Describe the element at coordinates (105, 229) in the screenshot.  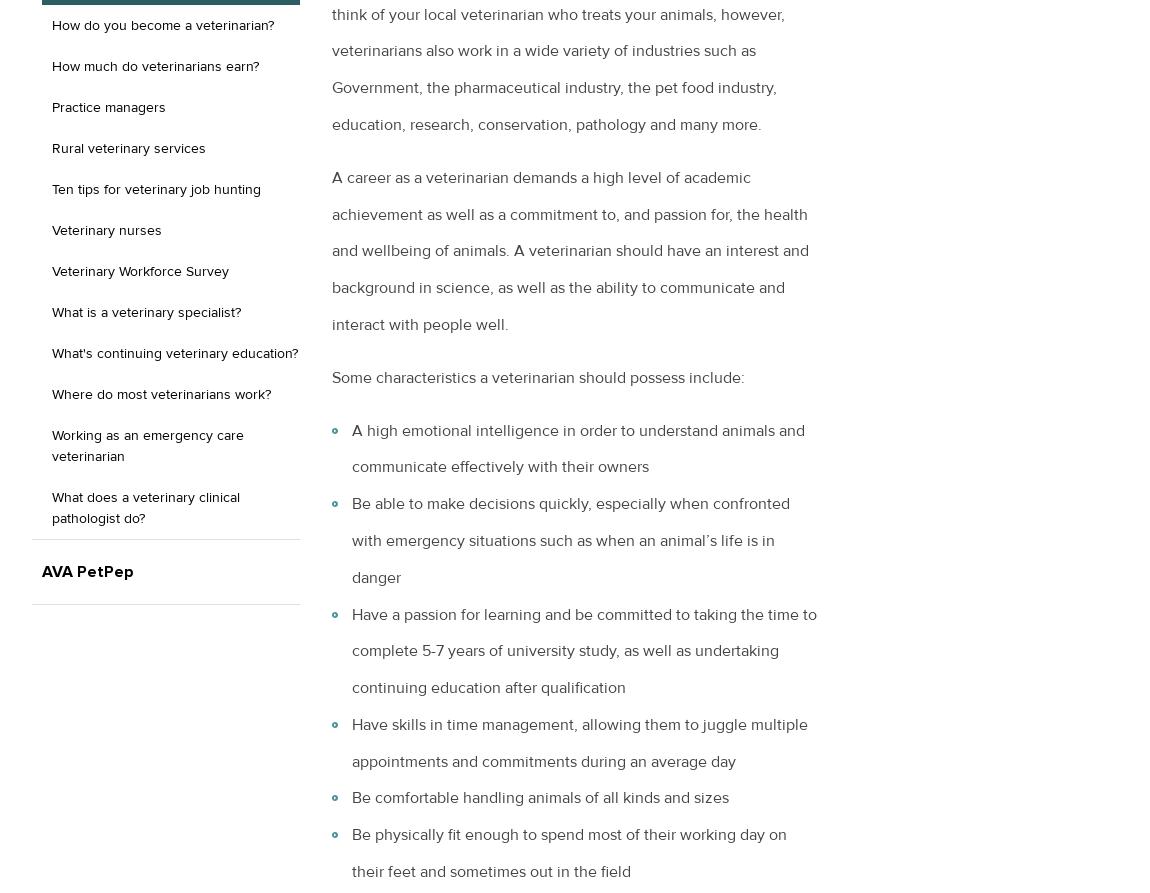
I see `'Veterinary nurses'` at that location.